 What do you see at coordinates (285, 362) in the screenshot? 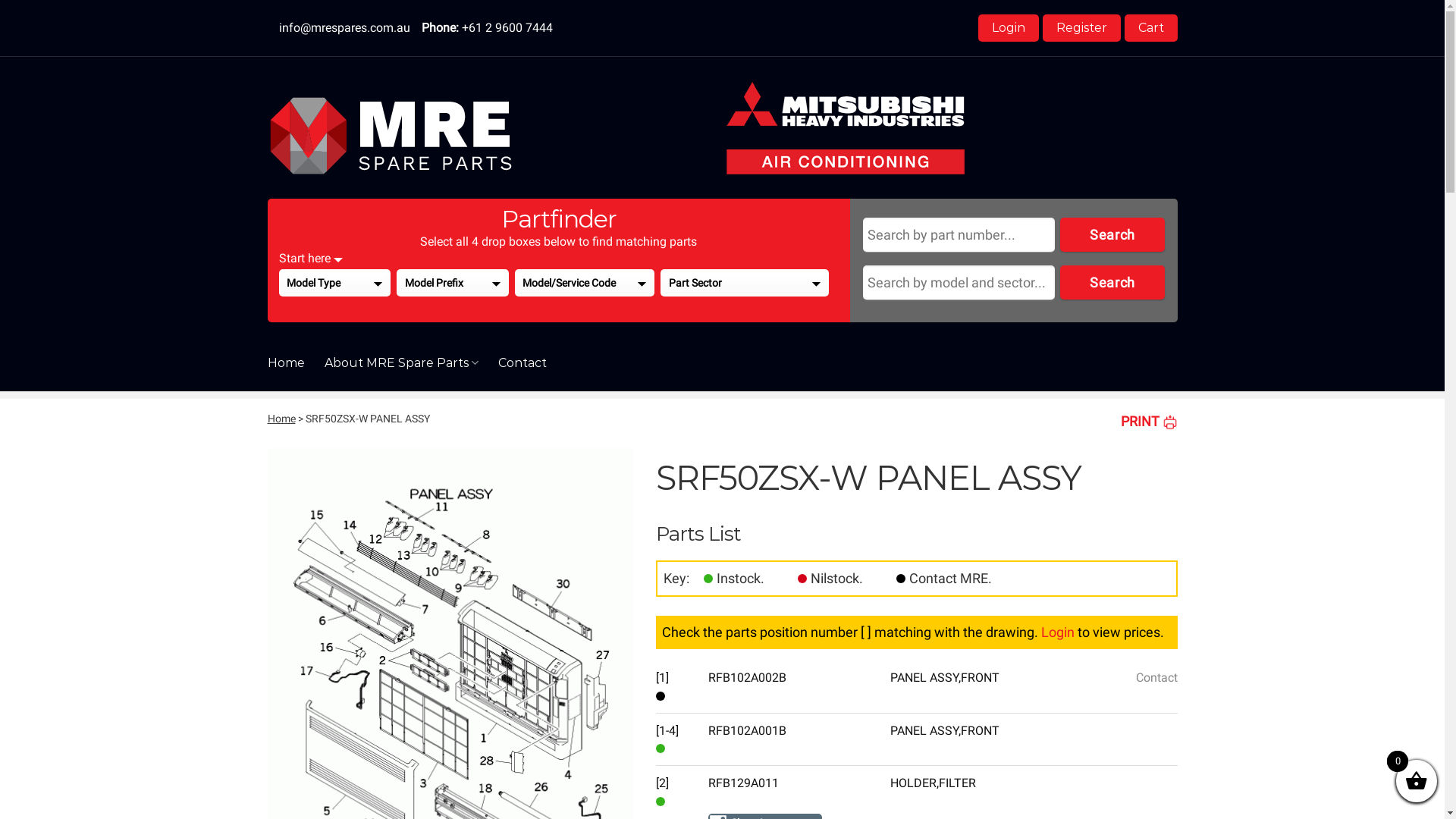
I see `'Home'` at bounding box center [285, 362].